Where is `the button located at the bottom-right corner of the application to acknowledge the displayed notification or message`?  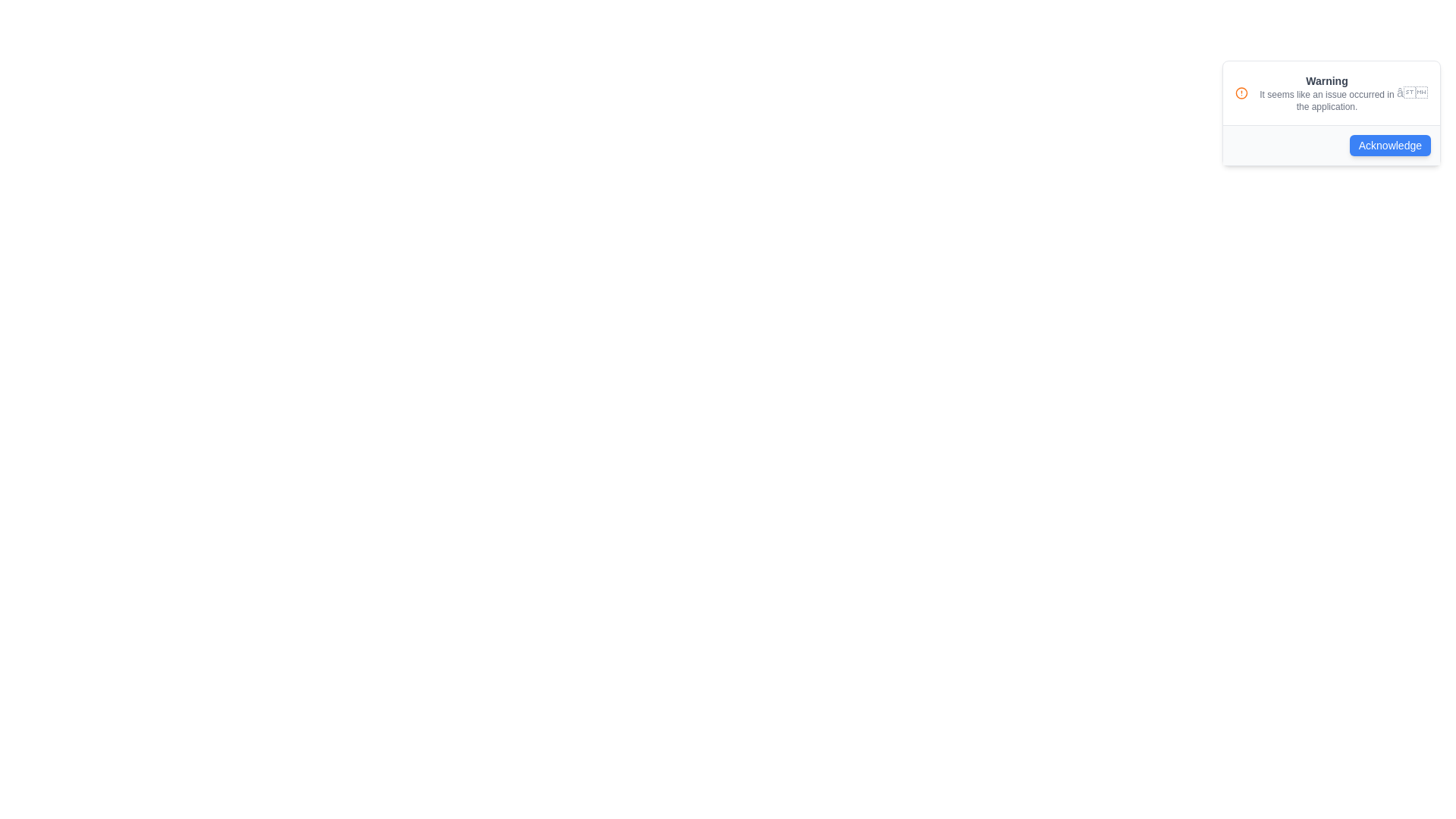 the button located at the bottom-right corner of the application to acknowledge the displayed notification or message is located at coordinates (1390, 146).